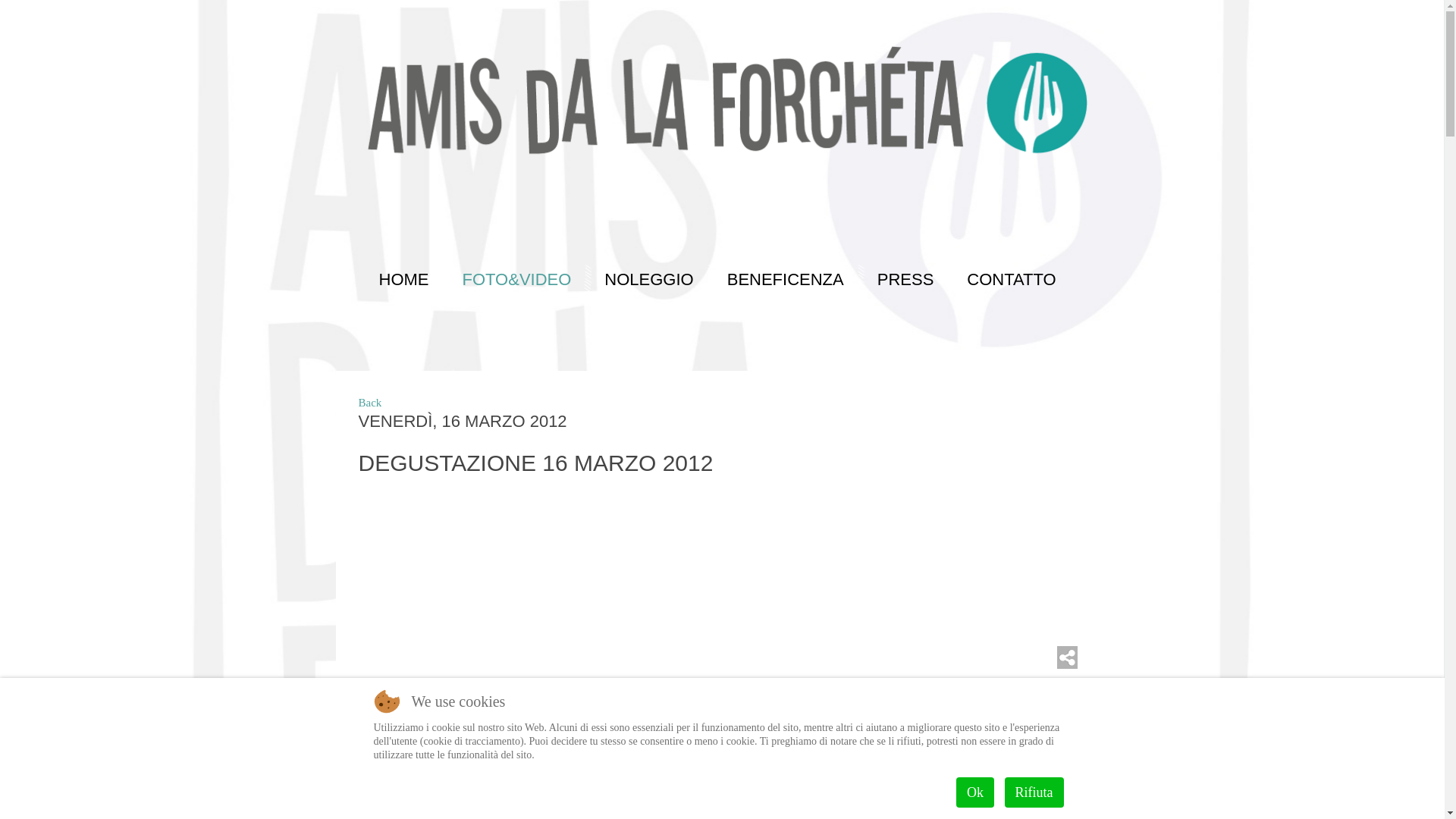 The width and height of the screenshot is (1456, 819). What do you see at coordinates (782, 280) in the screenshot?
I see `'BENEFICENZA'` at bounding box center [782, 280].